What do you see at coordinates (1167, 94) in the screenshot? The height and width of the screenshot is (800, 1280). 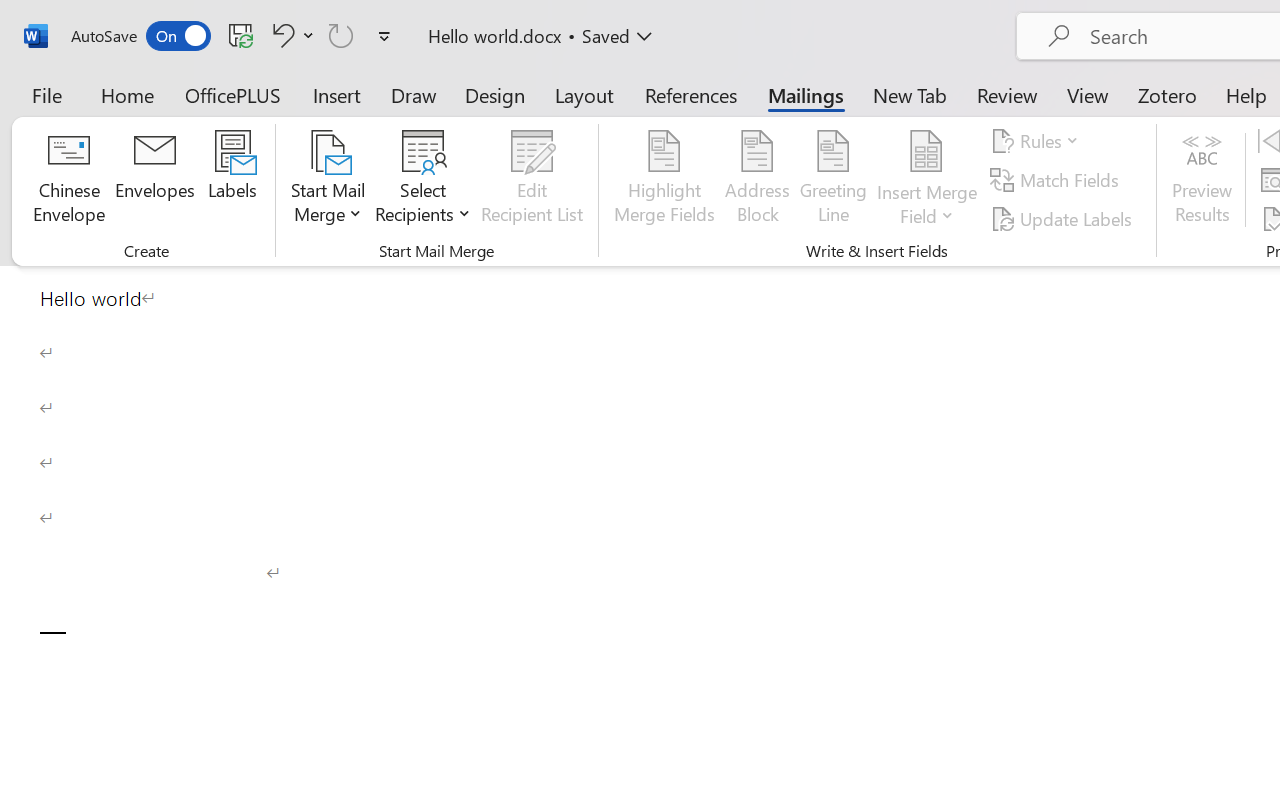 I see `'Zotero'` at bounding box center [1167, 94].